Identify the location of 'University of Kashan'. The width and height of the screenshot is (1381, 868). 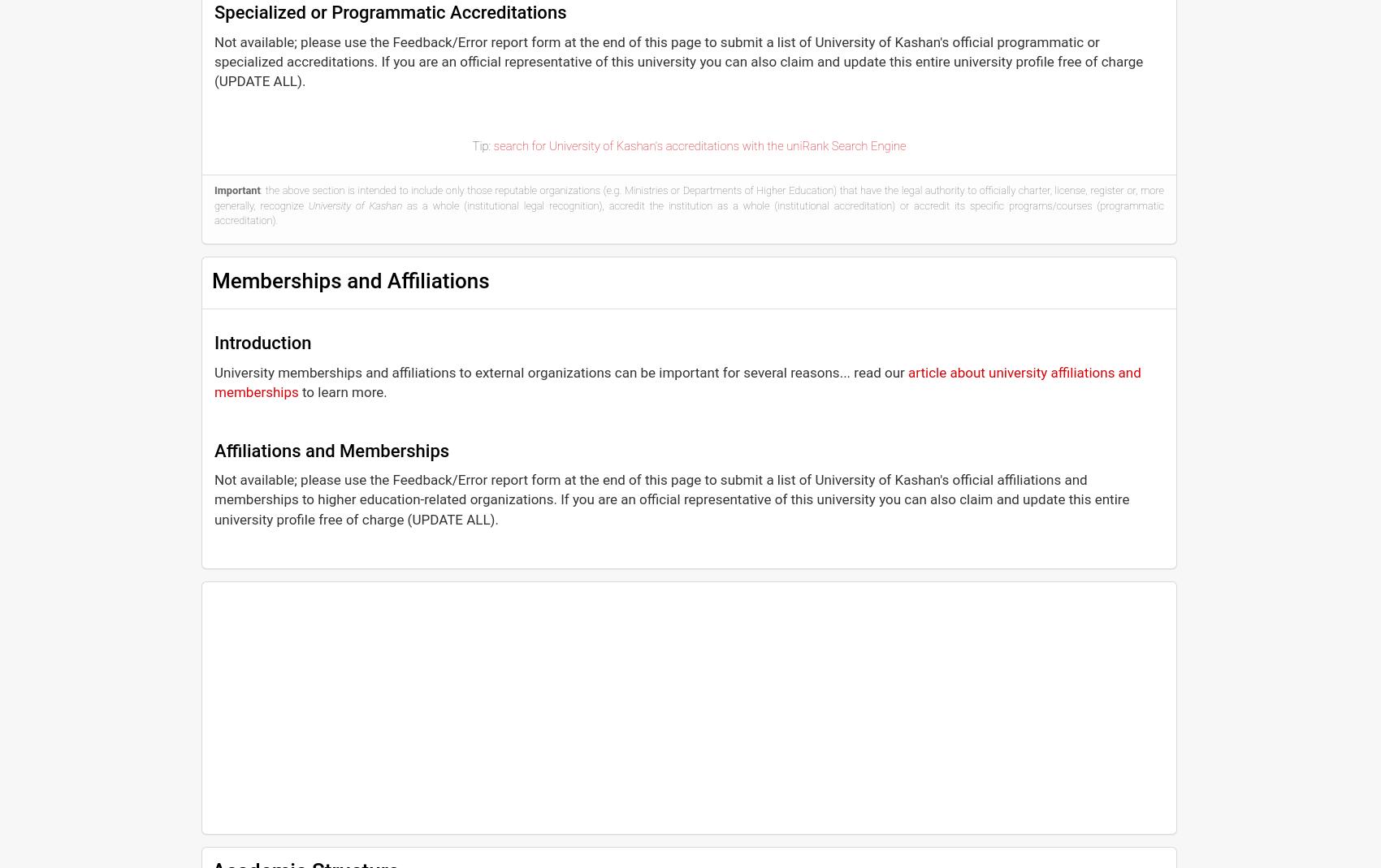
(355, 204).